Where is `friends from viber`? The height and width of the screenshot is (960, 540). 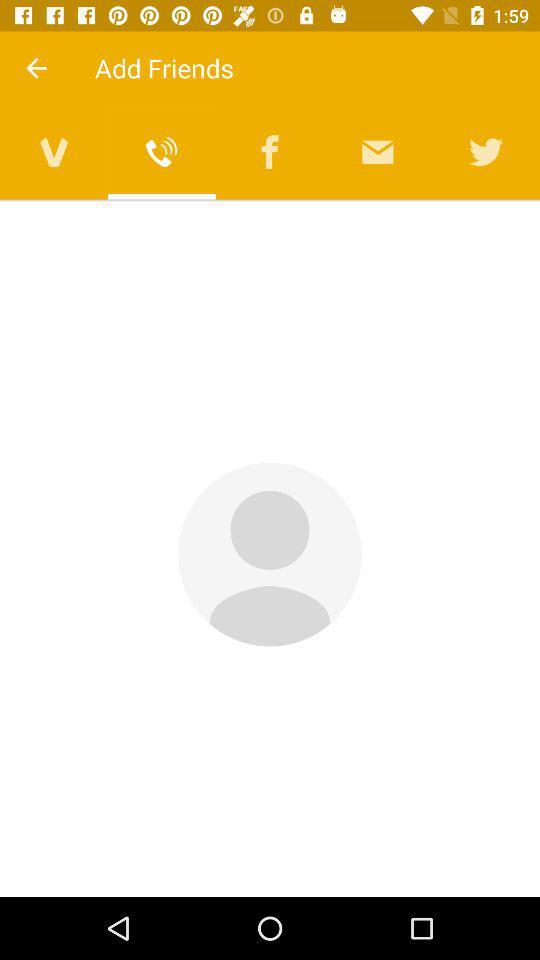
friends from viber is located at coordinates (161, 151).